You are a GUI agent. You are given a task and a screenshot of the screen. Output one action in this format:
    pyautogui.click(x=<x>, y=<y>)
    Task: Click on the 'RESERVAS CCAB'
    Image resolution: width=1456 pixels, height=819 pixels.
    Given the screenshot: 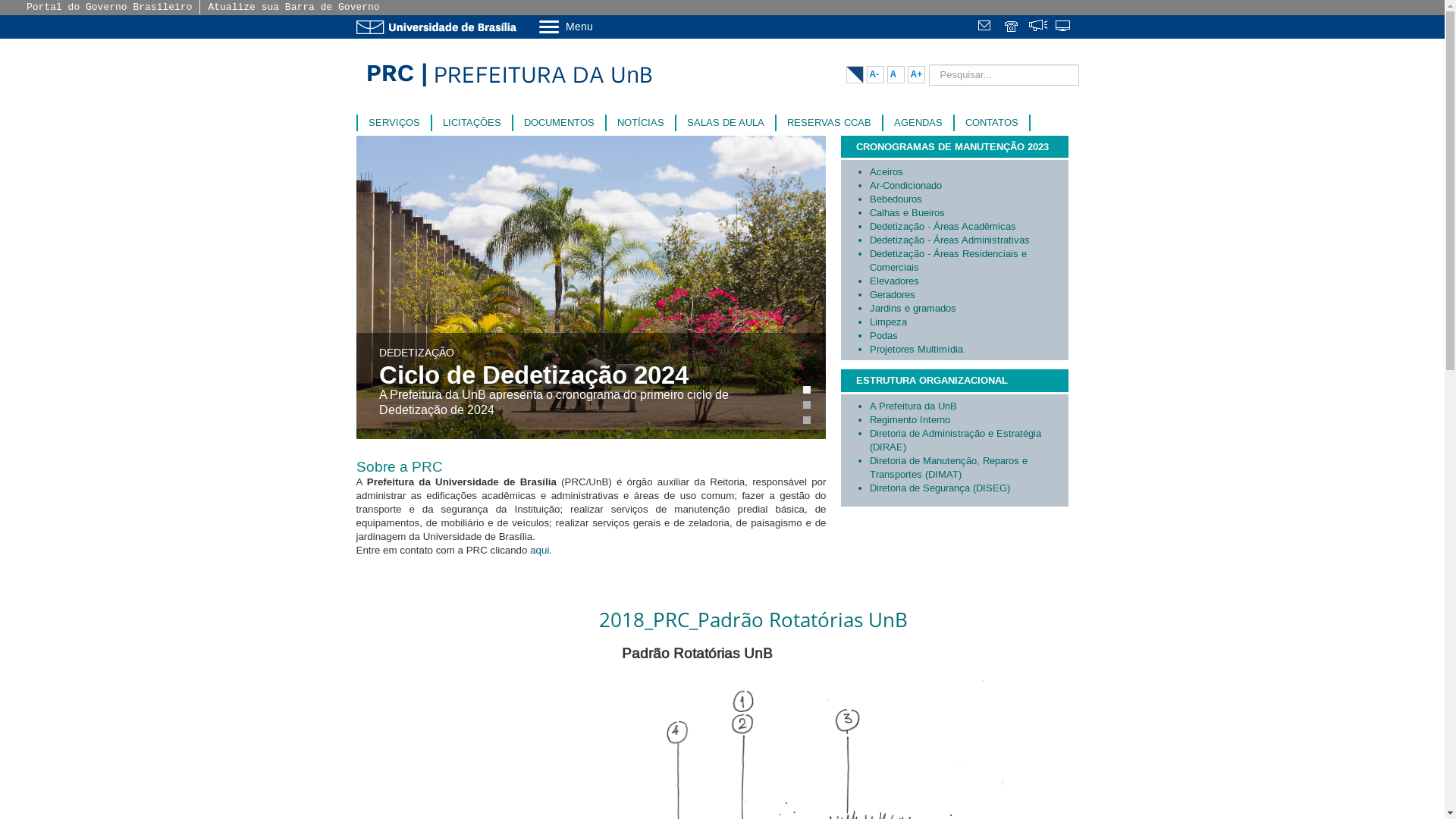 What is the action you would take?
    pyautogui.click(x=828, y=122)
    